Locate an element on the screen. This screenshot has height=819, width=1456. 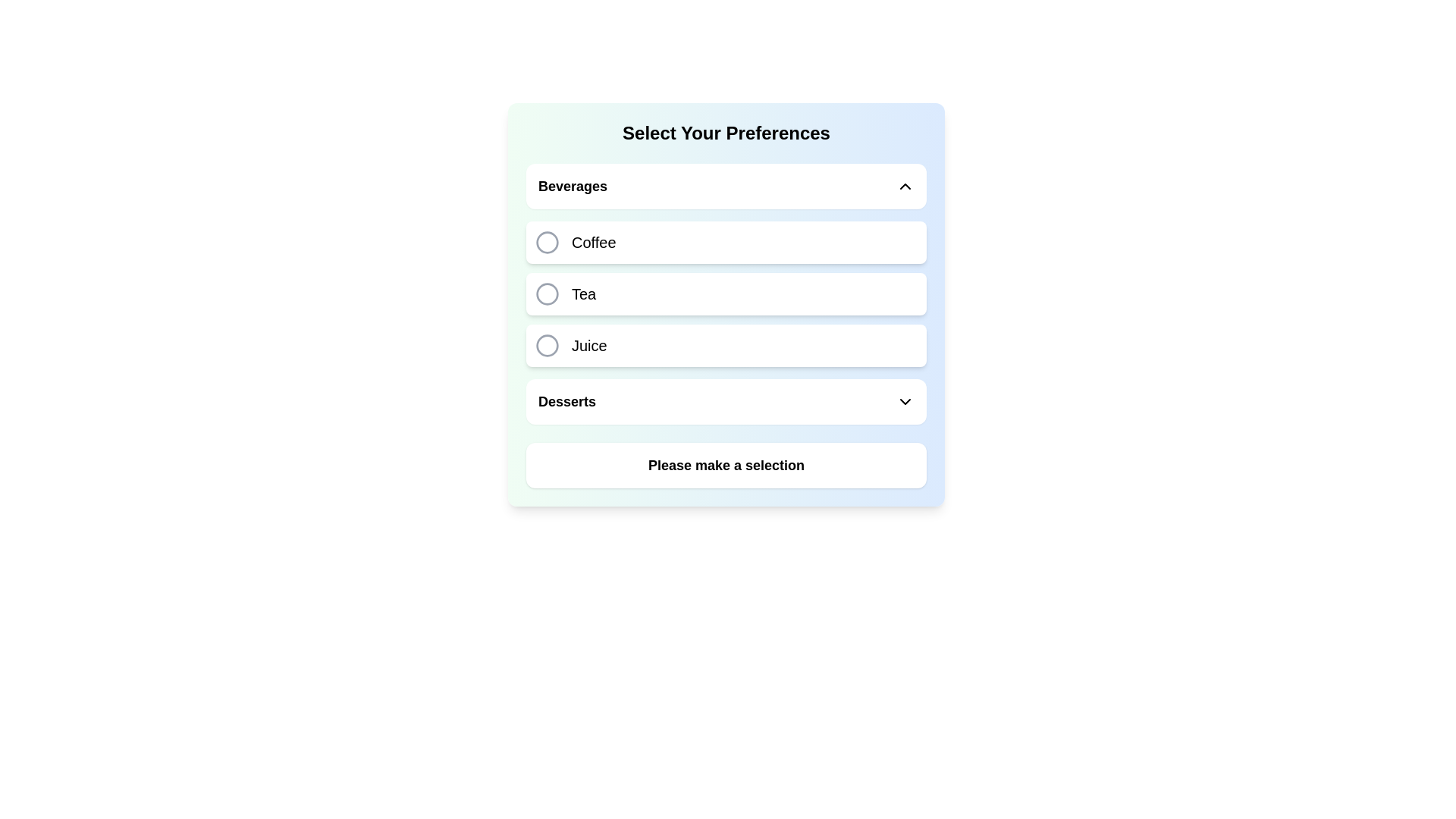
the circular radio button icon with a gray border located to the left of the text 'Coffee' is located at coordinates (546, 242).